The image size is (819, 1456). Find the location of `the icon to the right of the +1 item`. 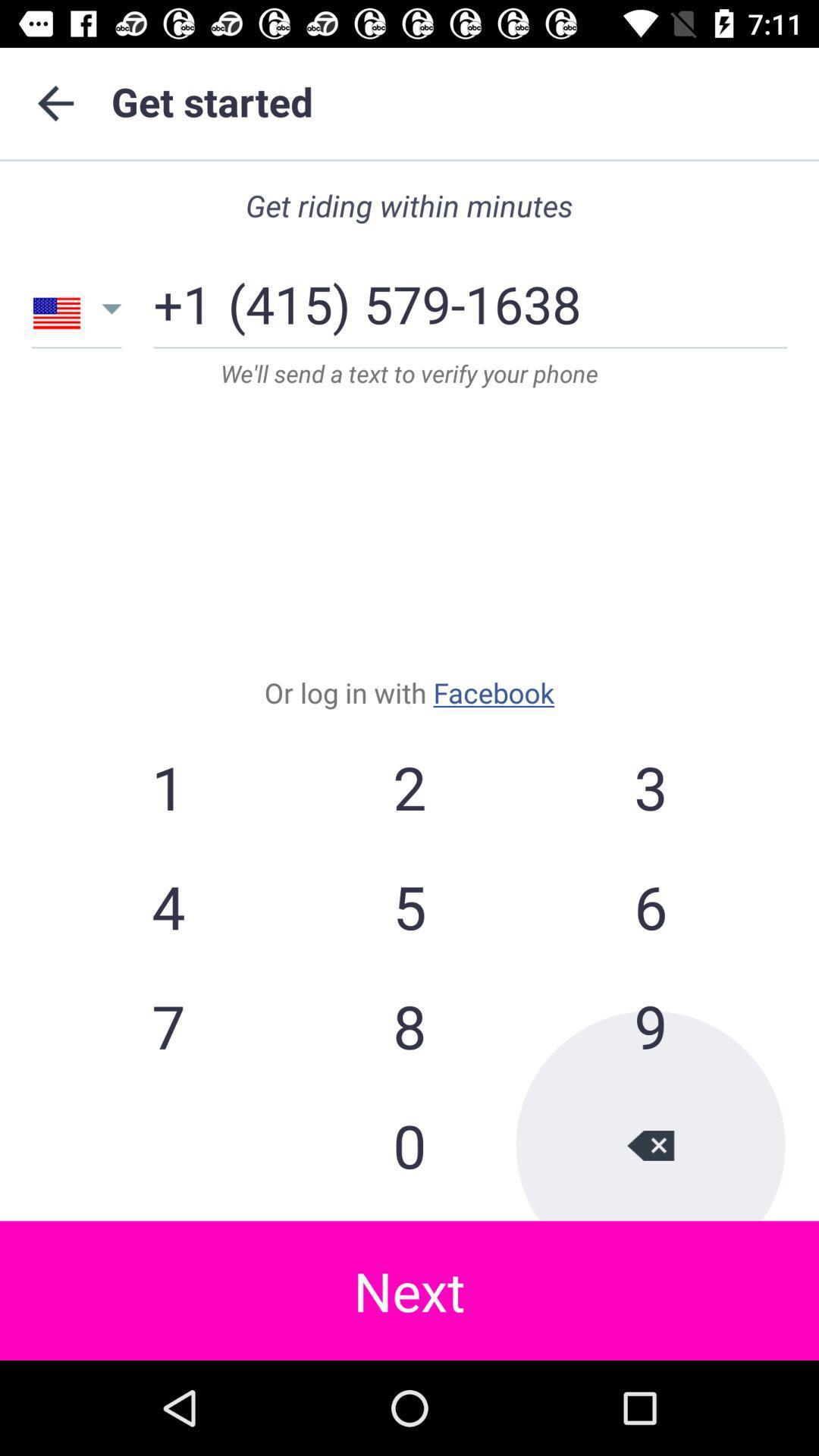

the icon to the right of the +1 item is located at coordinates (403, 298).